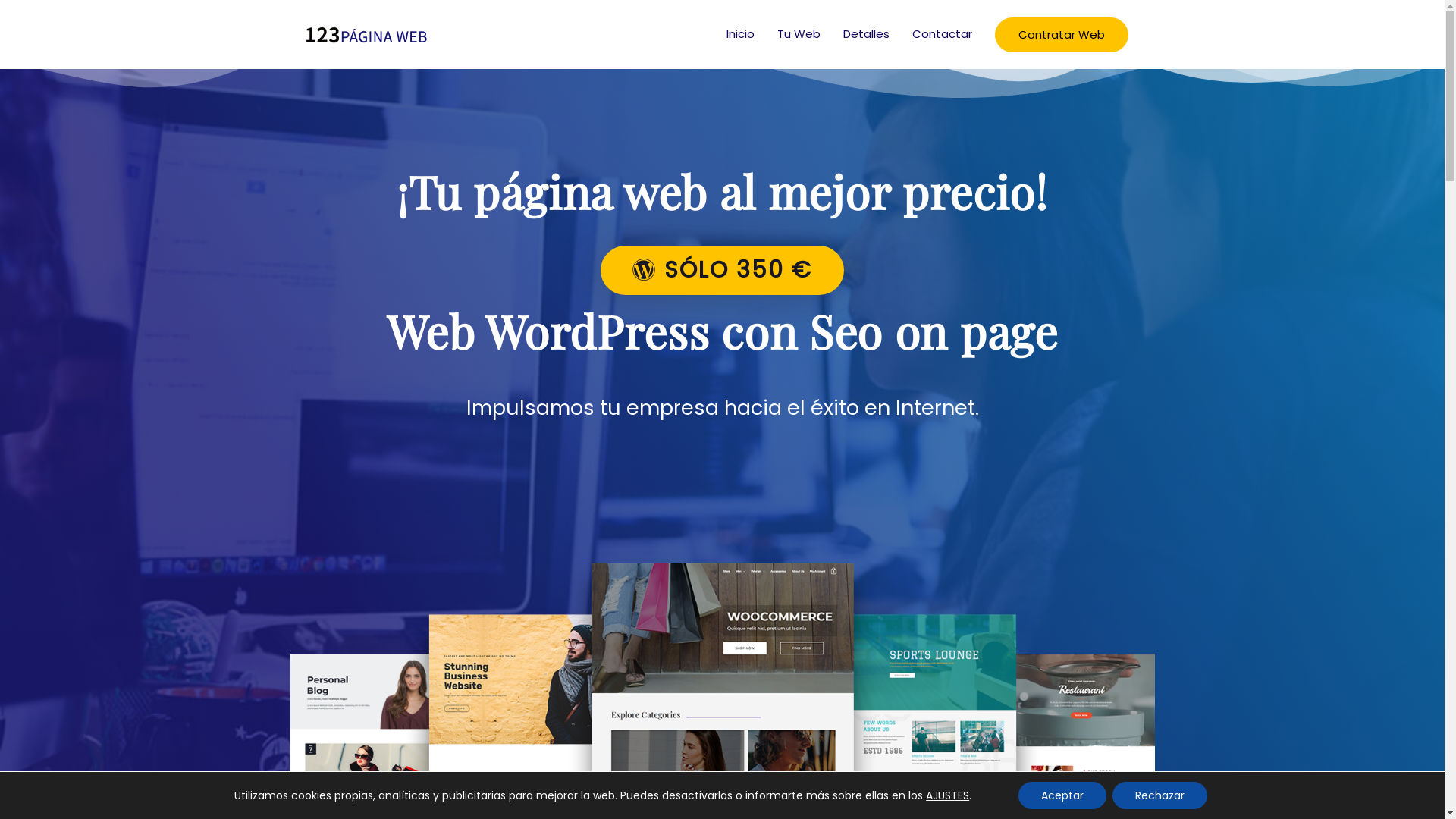 Image resolution: width=1456 pixels, height=819 pixels. Describe the element at coordinates (865, 34) in the screenshot. I see `'Detalles'` at that location.